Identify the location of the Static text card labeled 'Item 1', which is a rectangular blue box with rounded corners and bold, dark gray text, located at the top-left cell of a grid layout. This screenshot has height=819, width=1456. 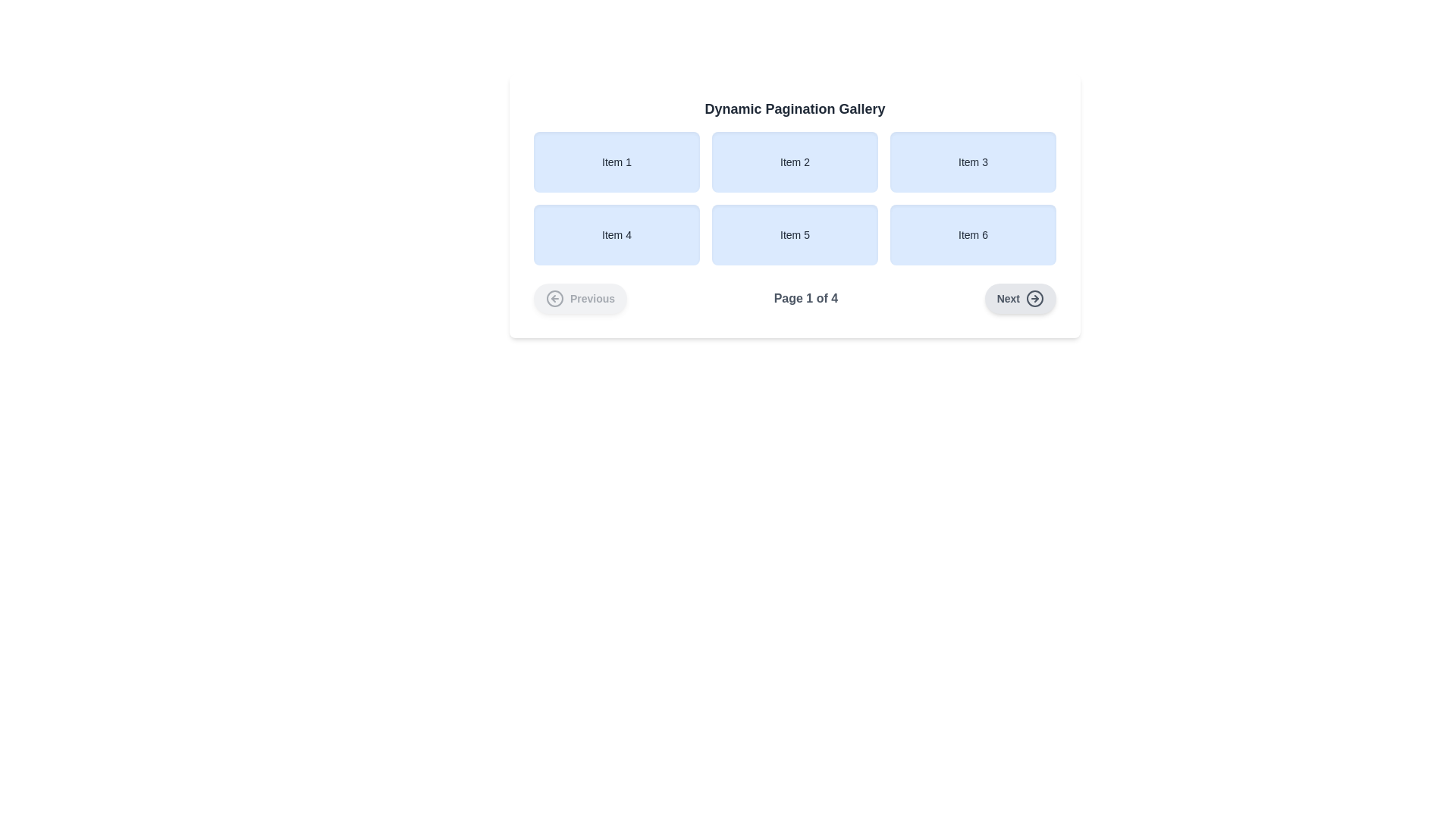
(617, 162).